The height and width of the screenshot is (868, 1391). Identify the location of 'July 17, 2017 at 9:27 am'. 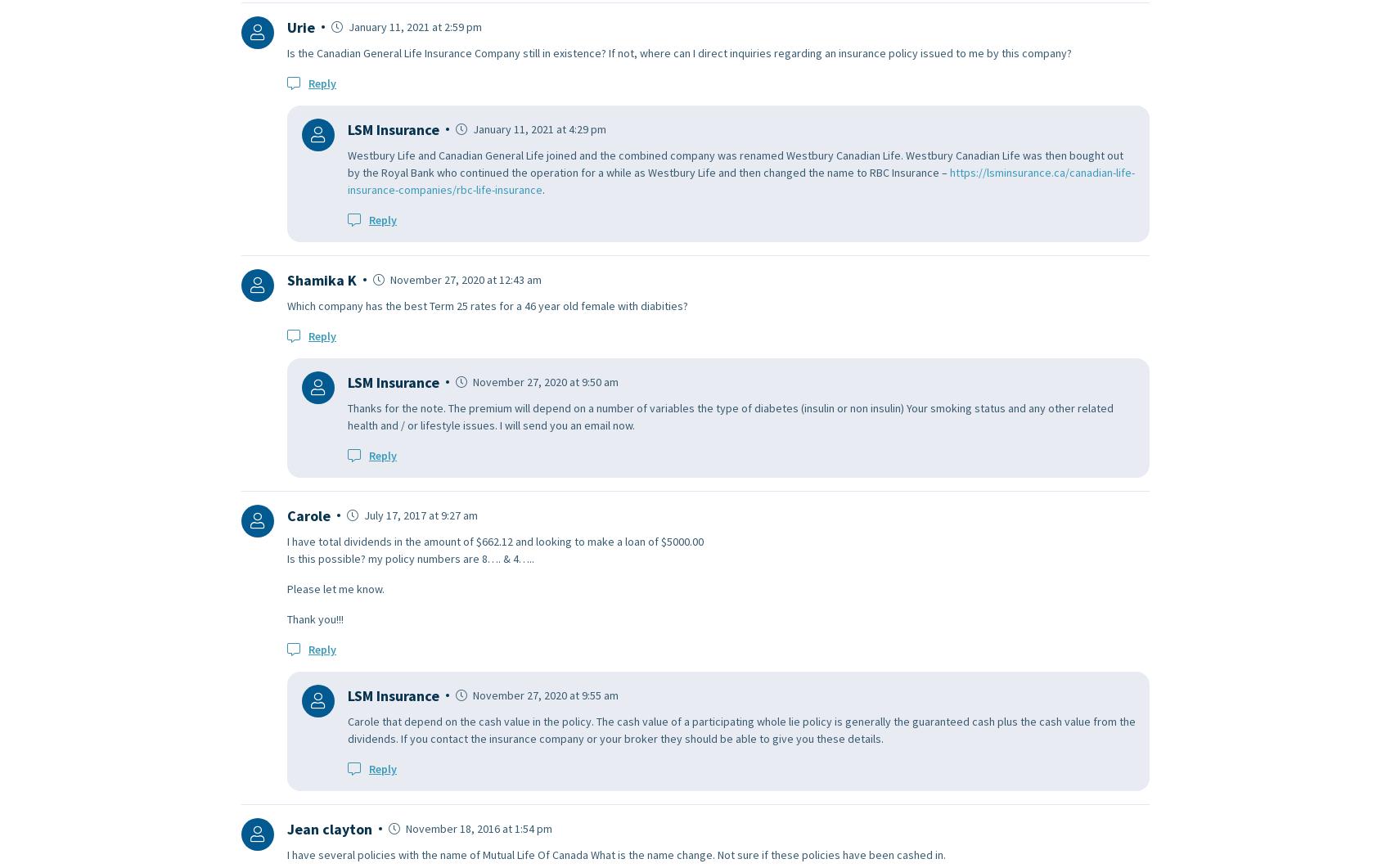
(420, 513).